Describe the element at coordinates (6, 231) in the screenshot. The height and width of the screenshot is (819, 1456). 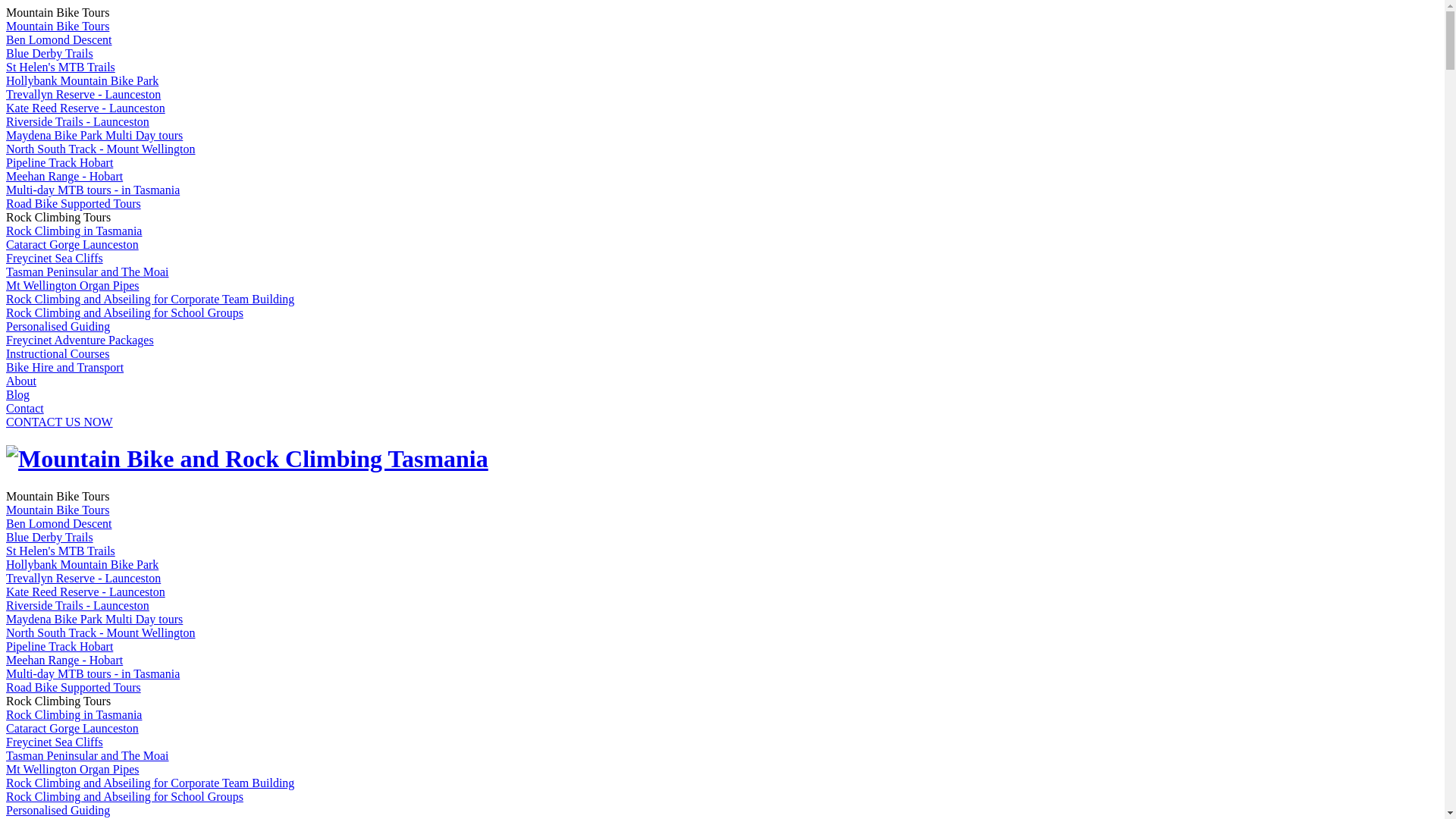
I see `'Rock Climbing in Tasmania'` at that location.